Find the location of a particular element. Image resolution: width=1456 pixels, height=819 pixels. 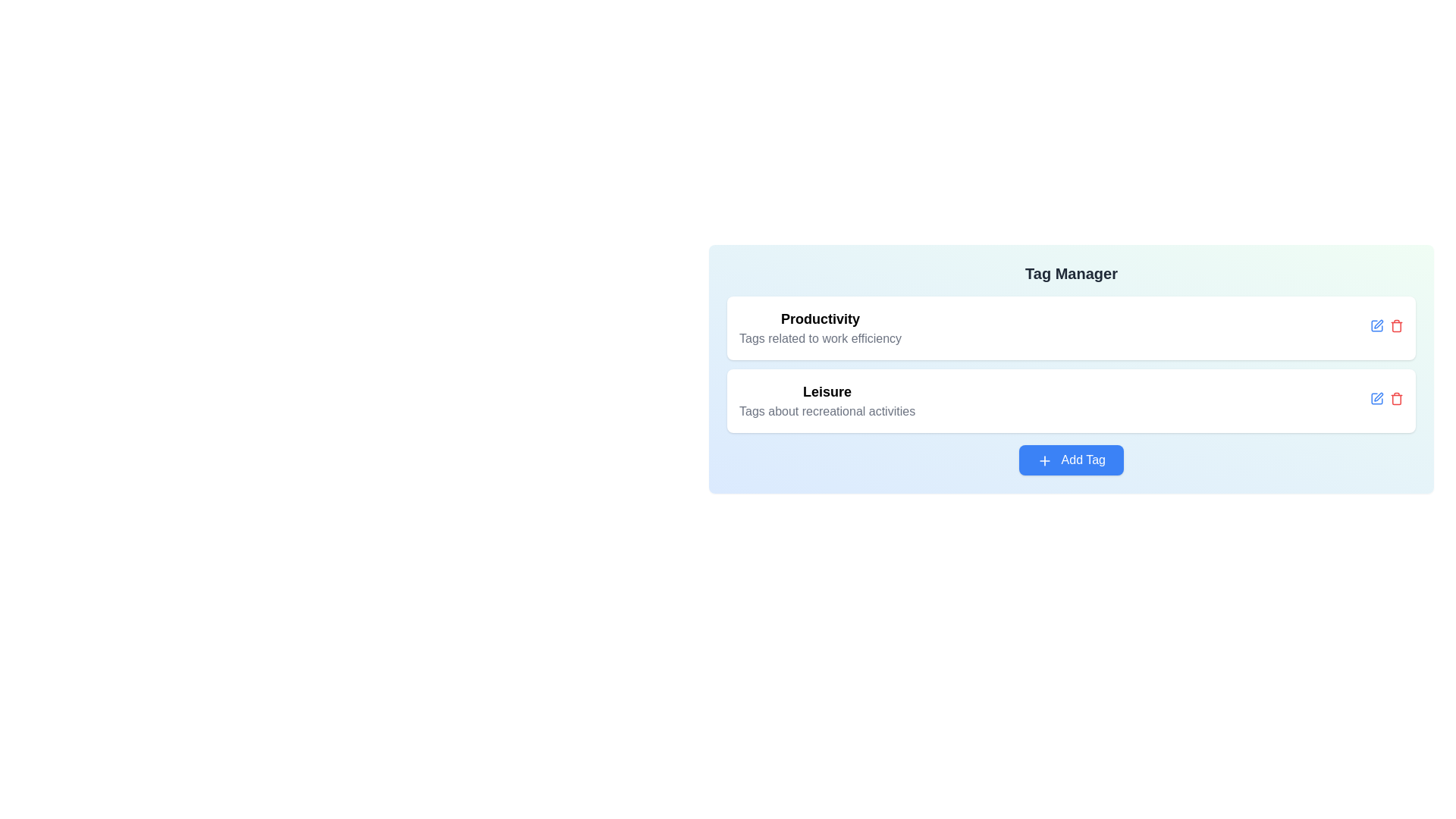

the 'Add Tag' button icon, which represents the function of adding or creating a new tag, located at the bottom center of the 'Tag Manager' interface is located at coordinates (1043, 459).